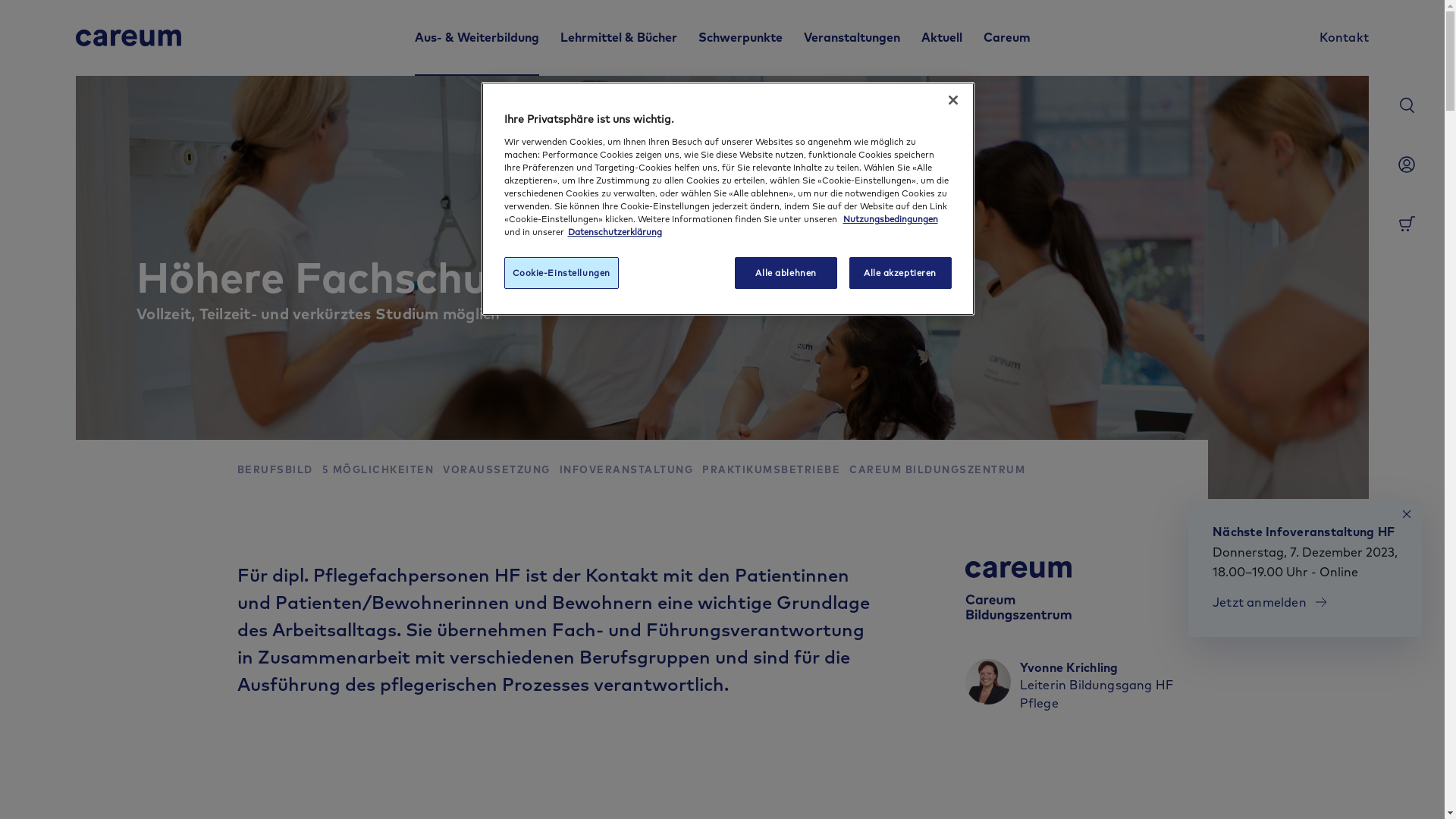 The image size is (1456, 819). Describe the element at coordinates (560, 271) in the screenshot. I see `'Cookie-Einstellungen'` at that location.